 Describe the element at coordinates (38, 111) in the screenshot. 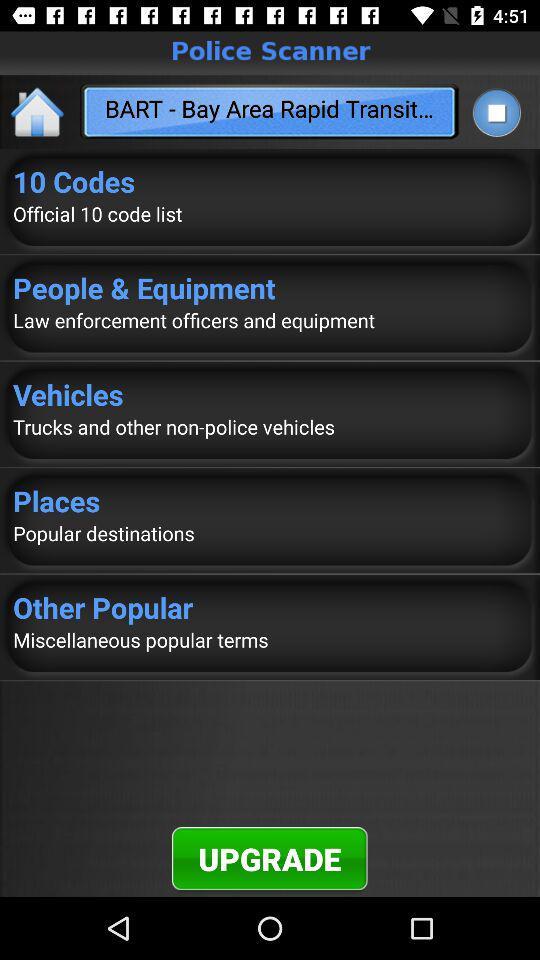

I see `go home` at that location.